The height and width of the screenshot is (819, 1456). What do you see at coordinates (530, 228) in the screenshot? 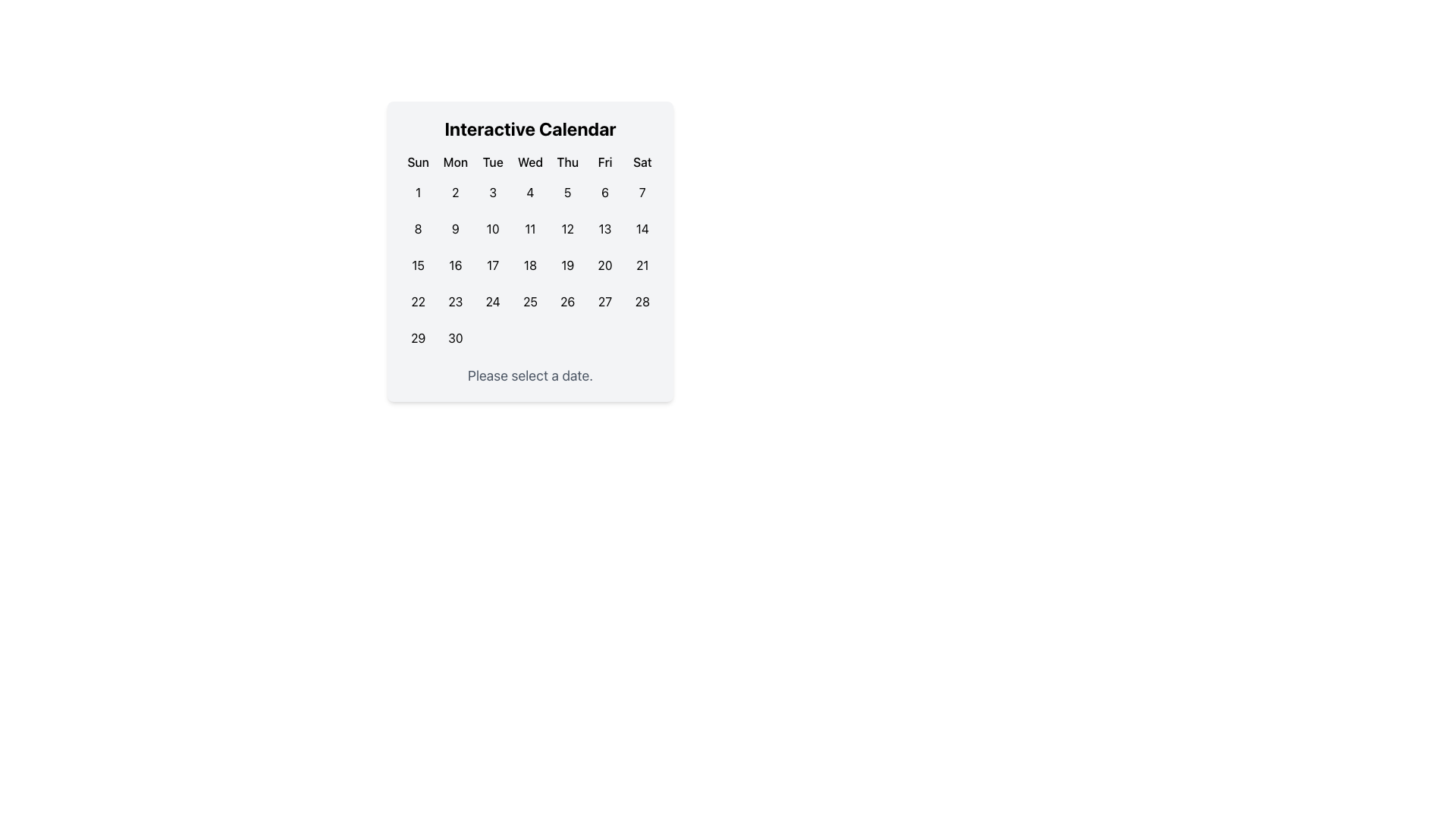
I see `the button-like text element labeled '11' located in the fourth column and third row of the calendar grid, which represents Wednesday` at bounding box center [530, 228].